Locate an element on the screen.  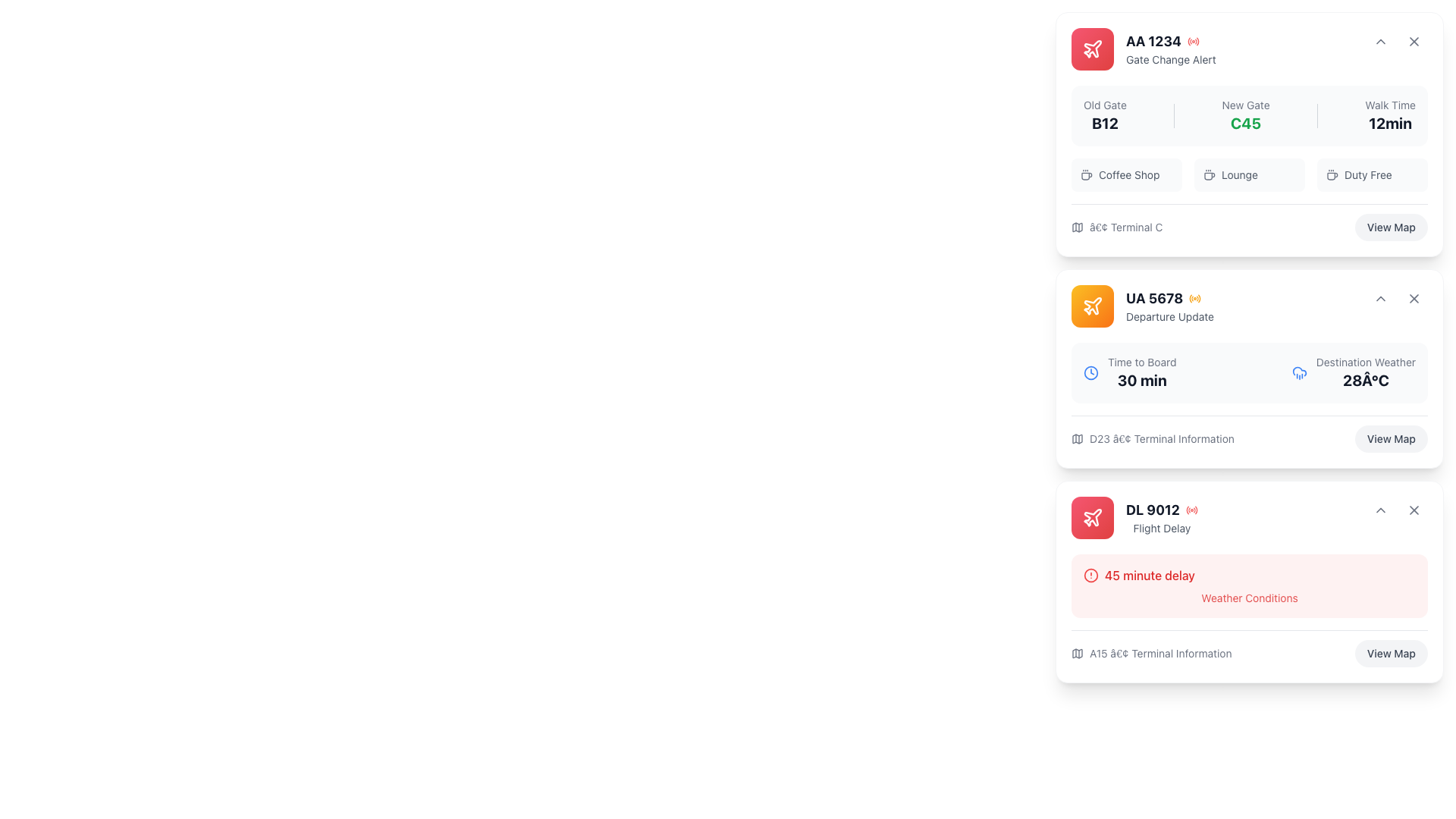
text label displaying 'D23 • Terminal Information' located at the bottom of the departure flight card, which is styled in gray and aligned horizontally next to a map icon is located at coordinates (1161, 438).